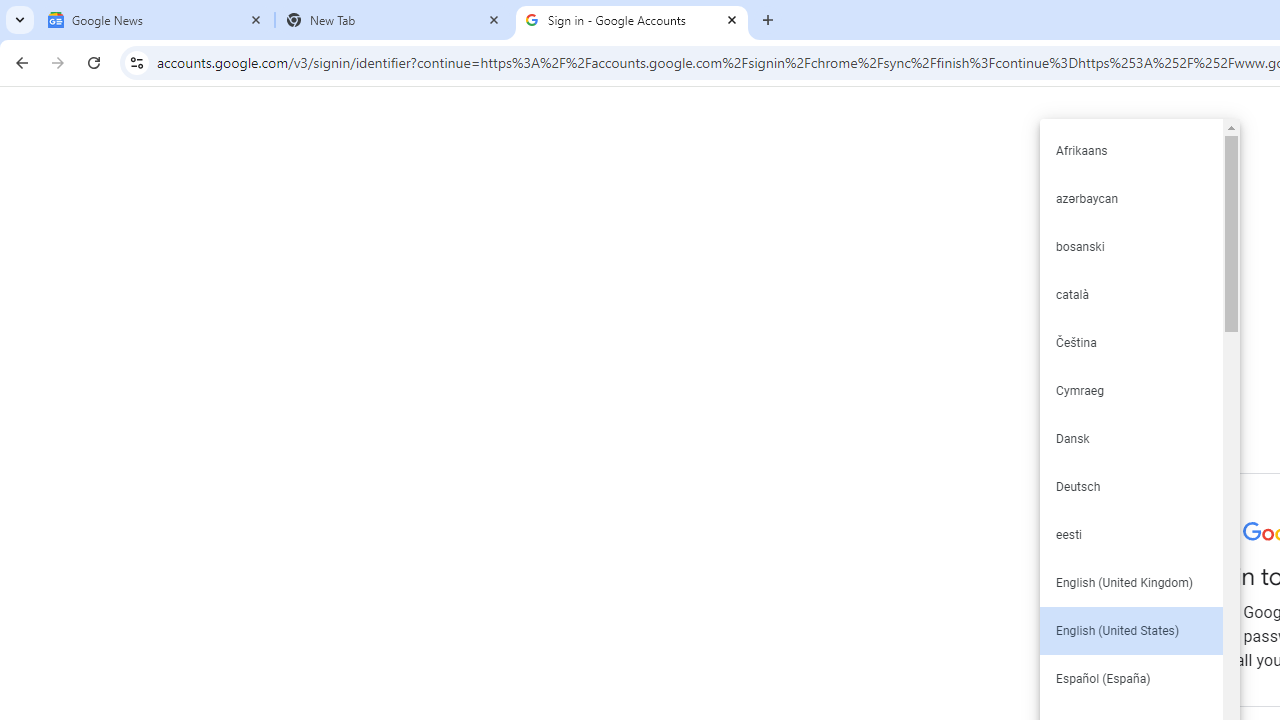 The height and width of the screenshot is (720, 1280). Describe the element at coordinates (394, 20) in the screenshot. I see `'New Tab'` at that location.